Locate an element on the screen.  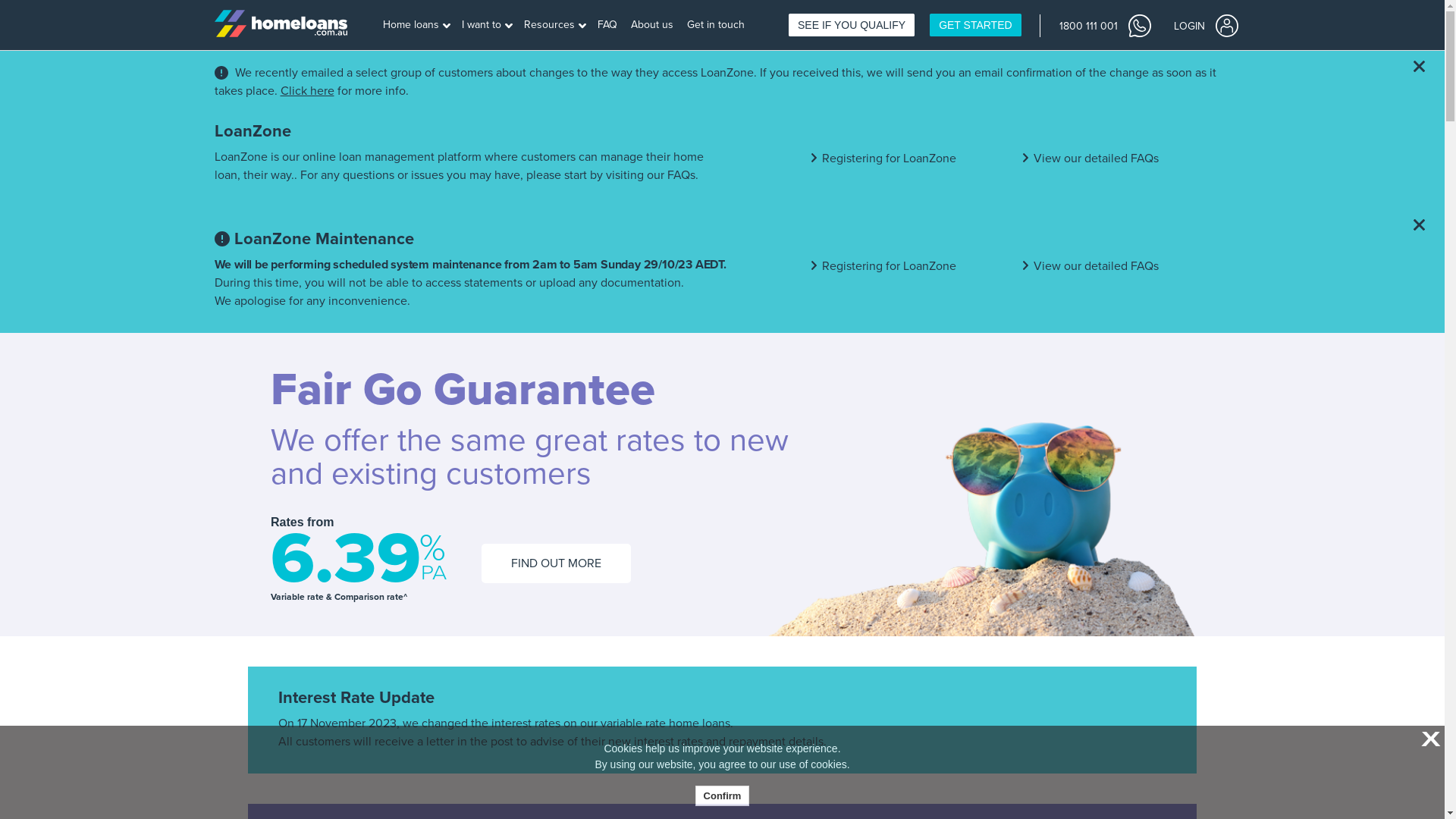
'GET STARTED' is located at coordinates (975, 25).